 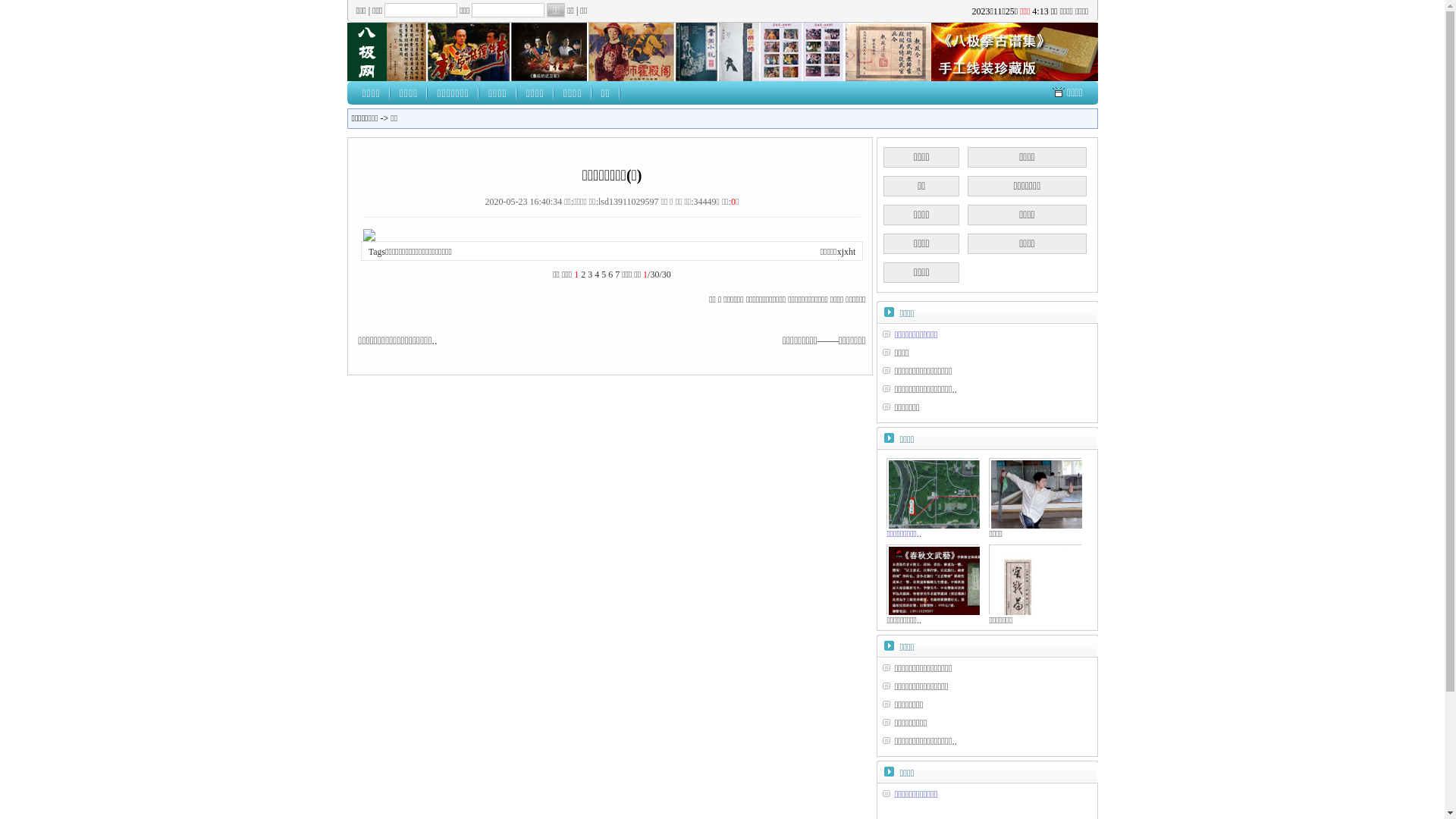 I want to click on 'xjxht', so click(x=846, y=250).